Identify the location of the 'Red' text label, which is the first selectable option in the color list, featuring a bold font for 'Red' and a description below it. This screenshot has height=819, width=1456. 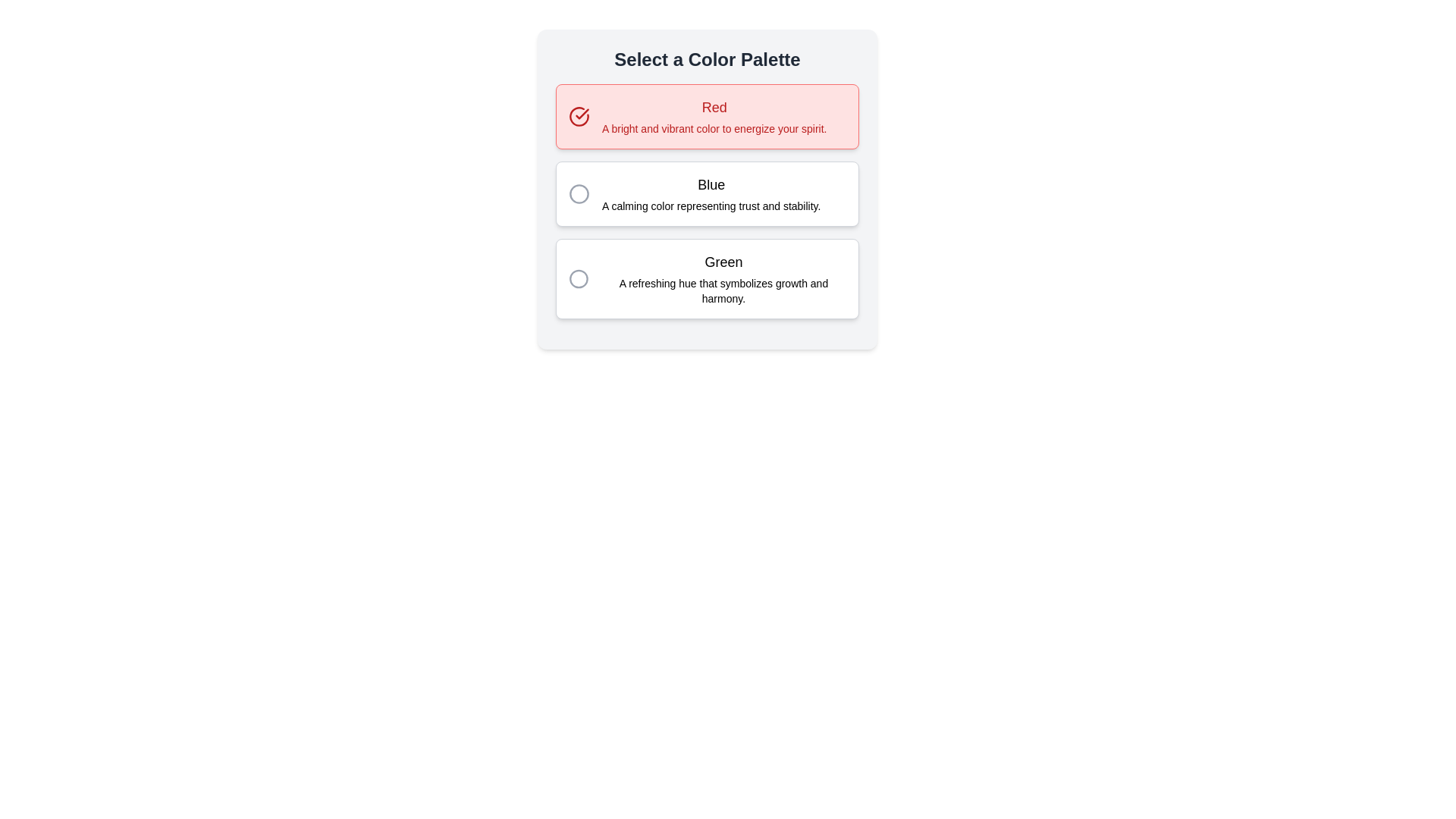
(714, 116).